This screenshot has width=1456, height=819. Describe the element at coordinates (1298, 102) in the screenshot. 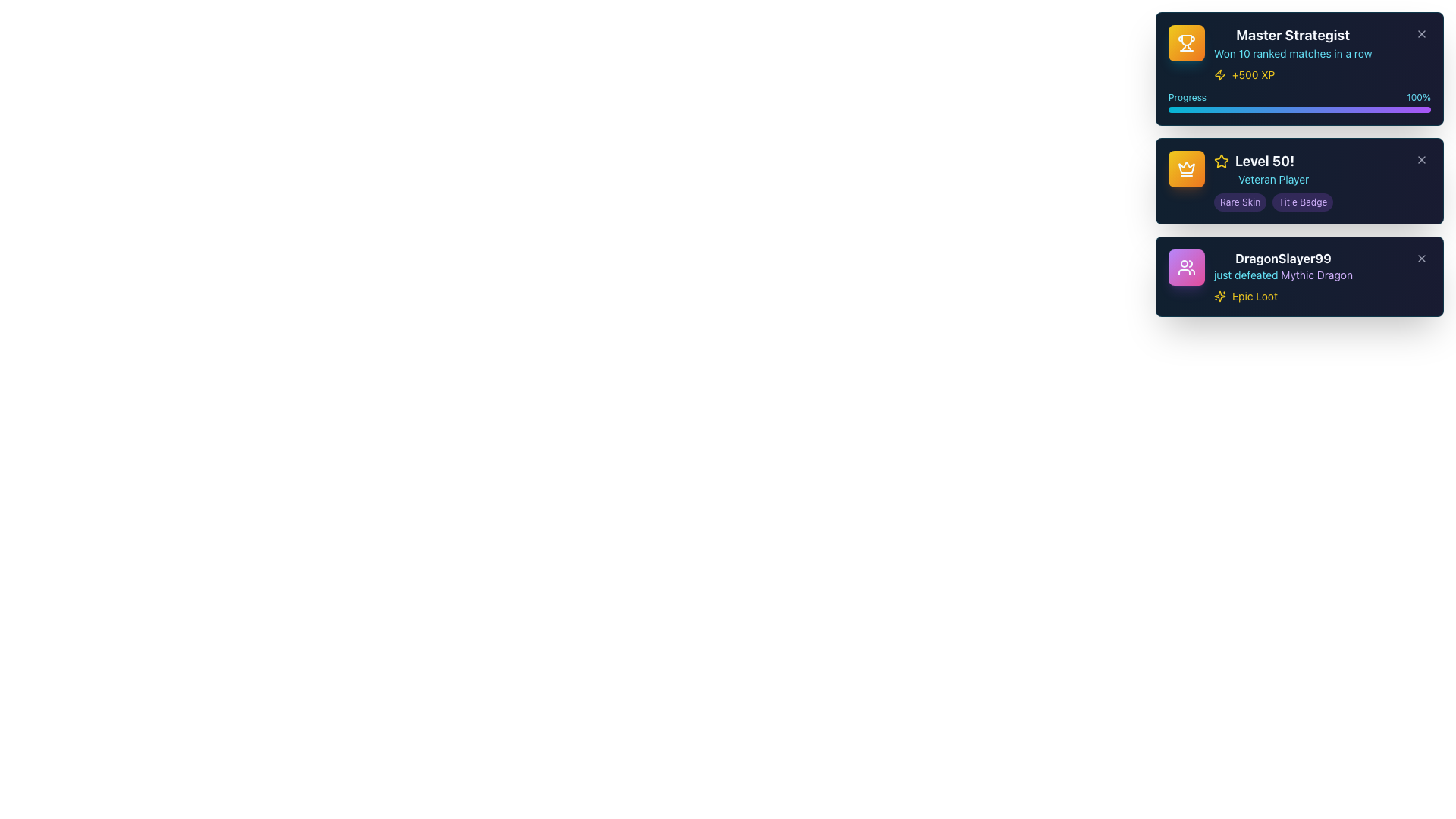

I see `the Progress Bar located in the lower portion of the 'Master Strategist' card, positioned directly below the '+500 XP' text` at that location.